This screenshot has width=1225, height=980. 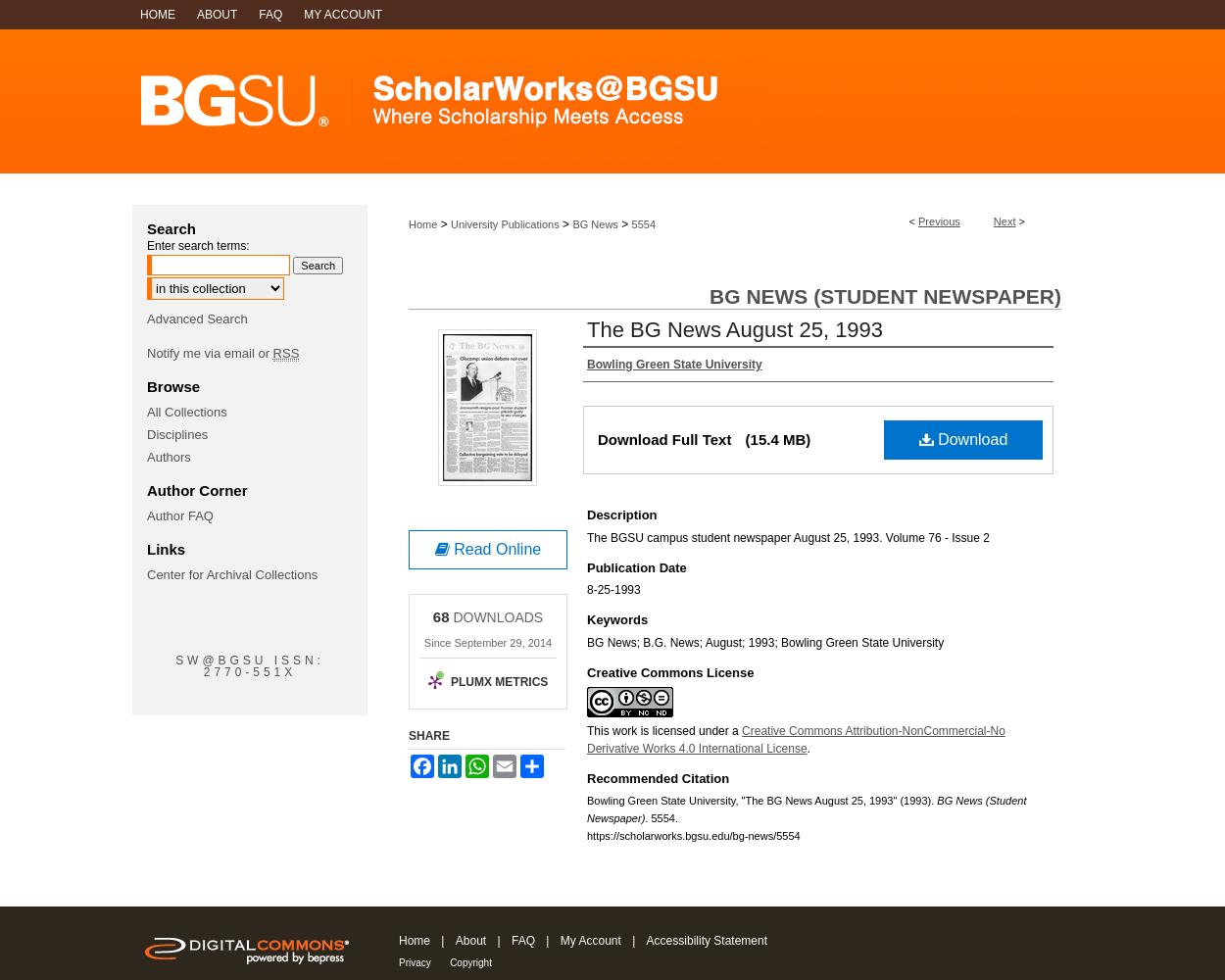 What do you see at coordinates (431, 616) in the screenshot?
I see `'68'` at bounding box center [431, 616].